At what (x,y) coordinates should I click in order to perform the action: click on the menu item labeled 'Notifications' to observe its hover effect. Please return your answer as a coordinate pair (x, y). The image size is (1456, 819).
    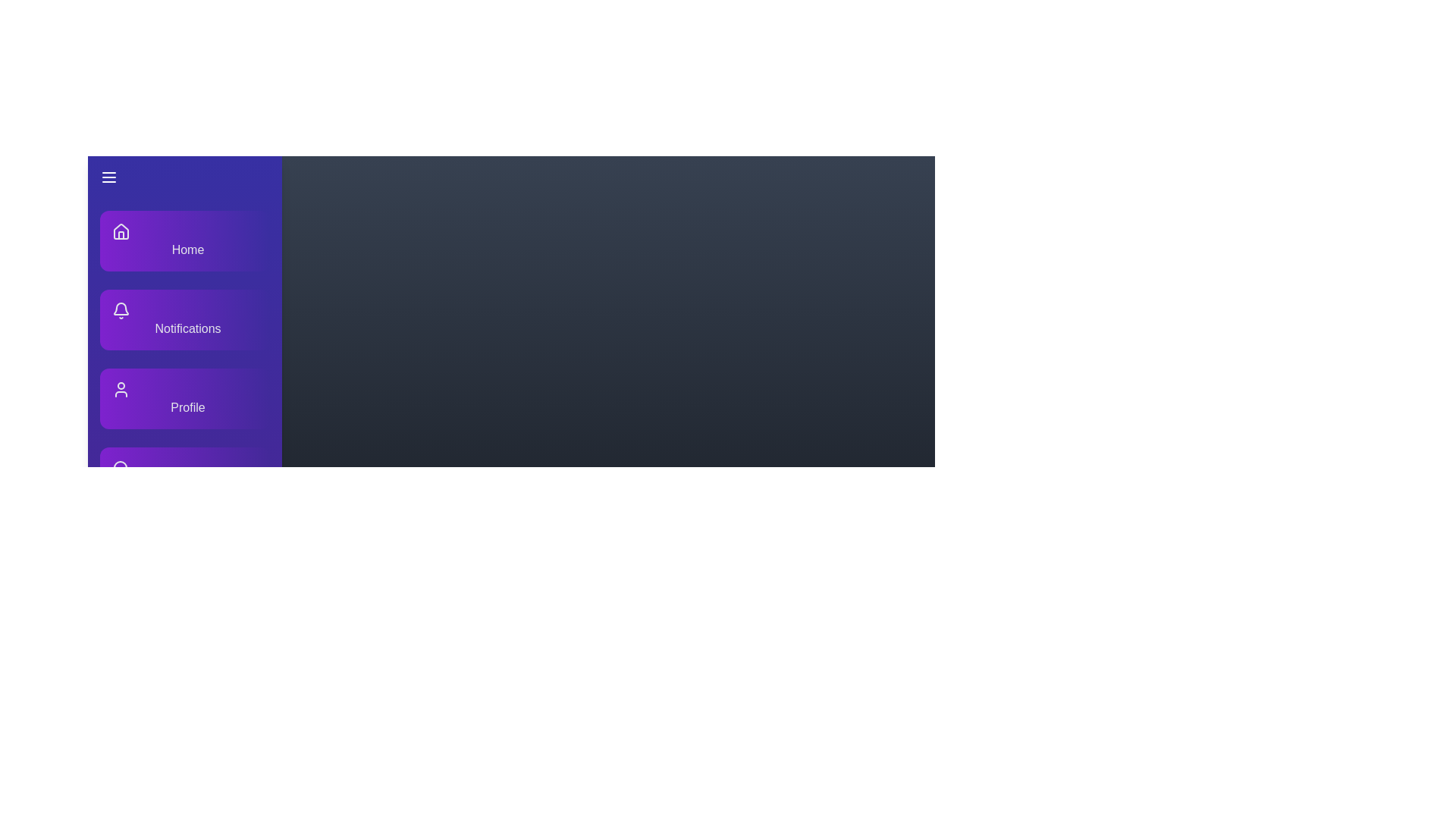
    Looking at the image, I should click on (184, 318).